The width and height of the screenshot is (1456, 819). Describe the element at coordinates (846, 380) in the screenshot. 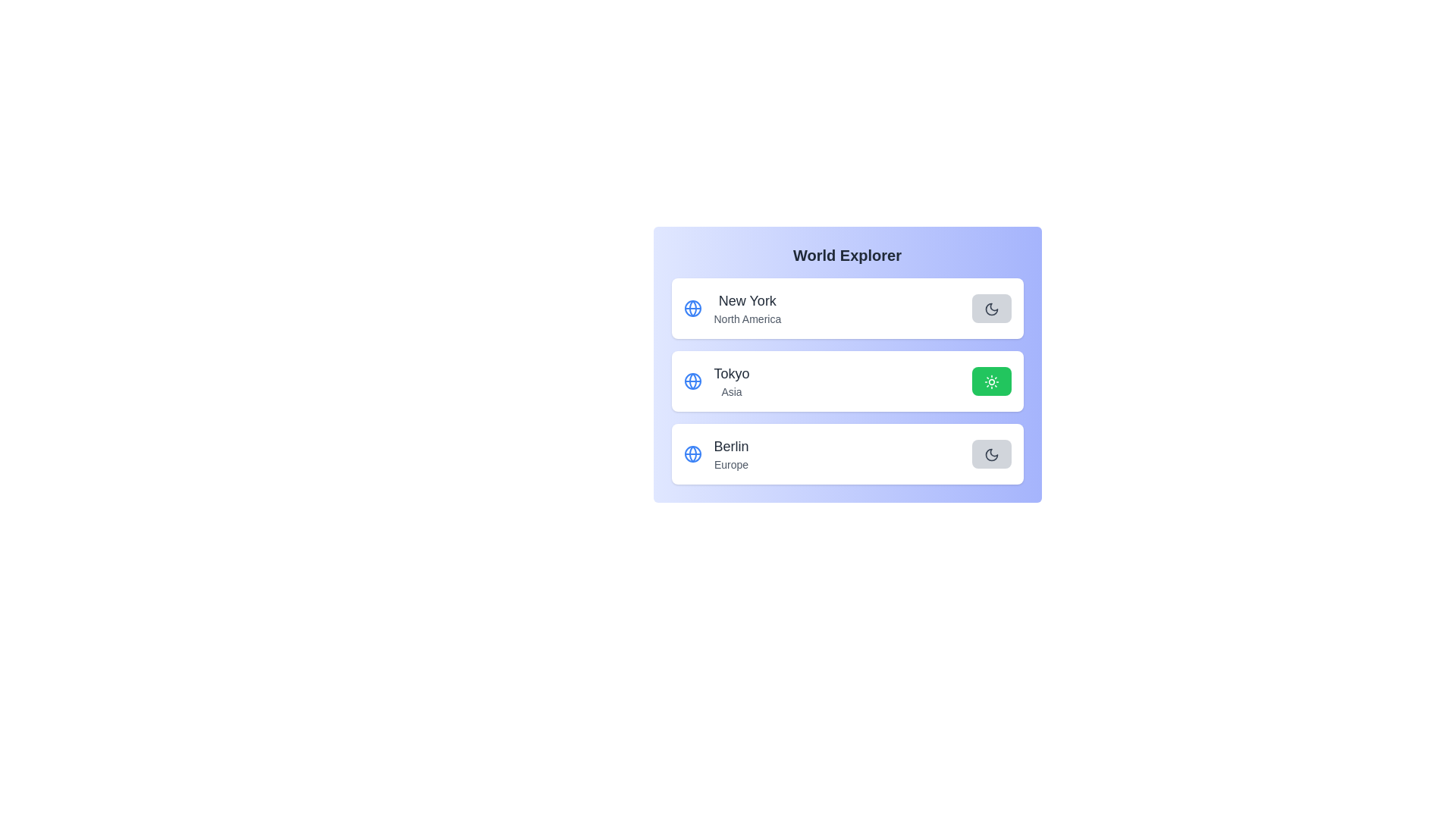

I see `the list item corresponding to Tokyo` at that location.